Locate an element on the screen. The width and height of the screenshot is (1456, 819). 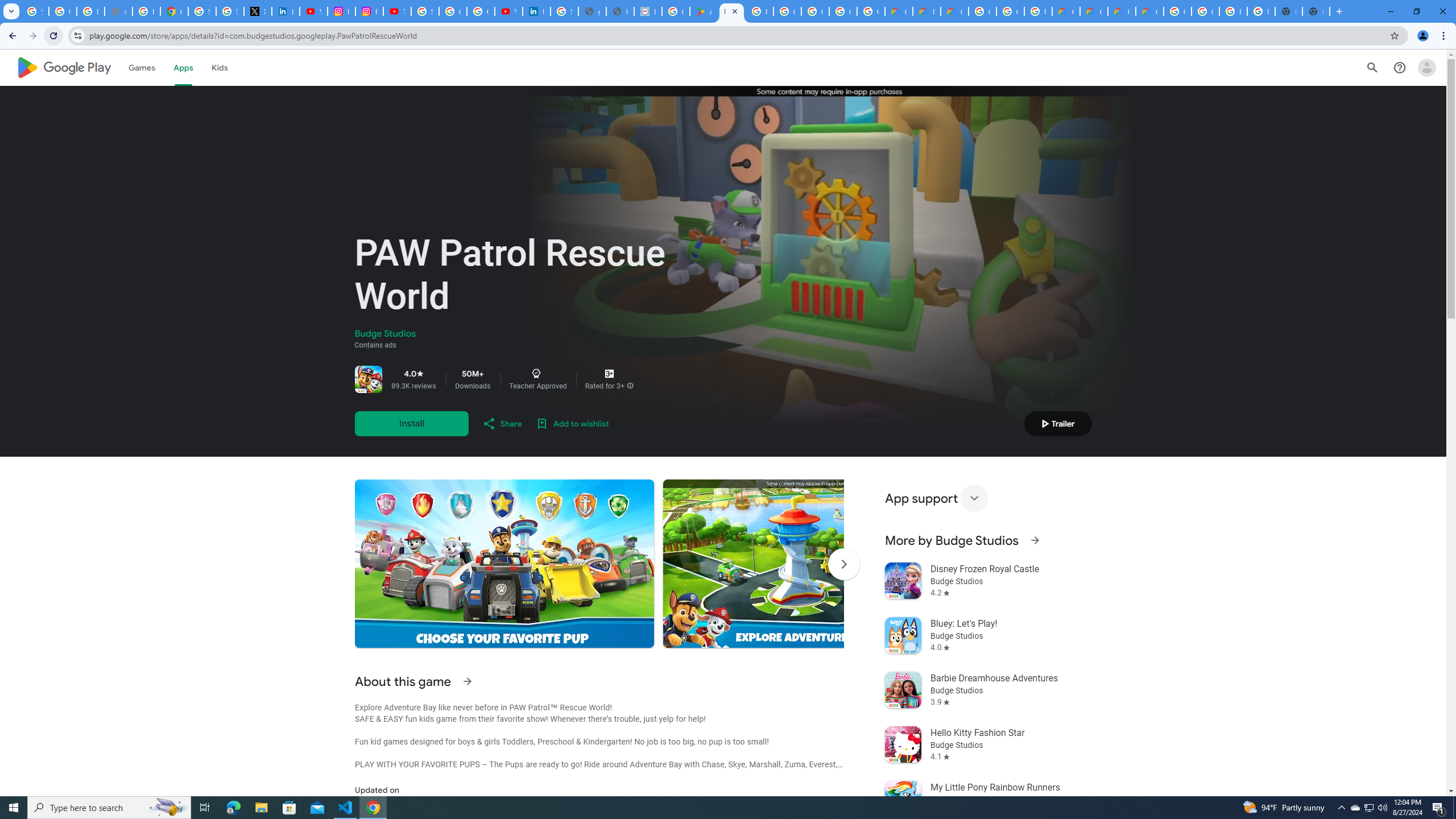
'Customer Care | Google Cloud' is located at coordinates (897, 11).